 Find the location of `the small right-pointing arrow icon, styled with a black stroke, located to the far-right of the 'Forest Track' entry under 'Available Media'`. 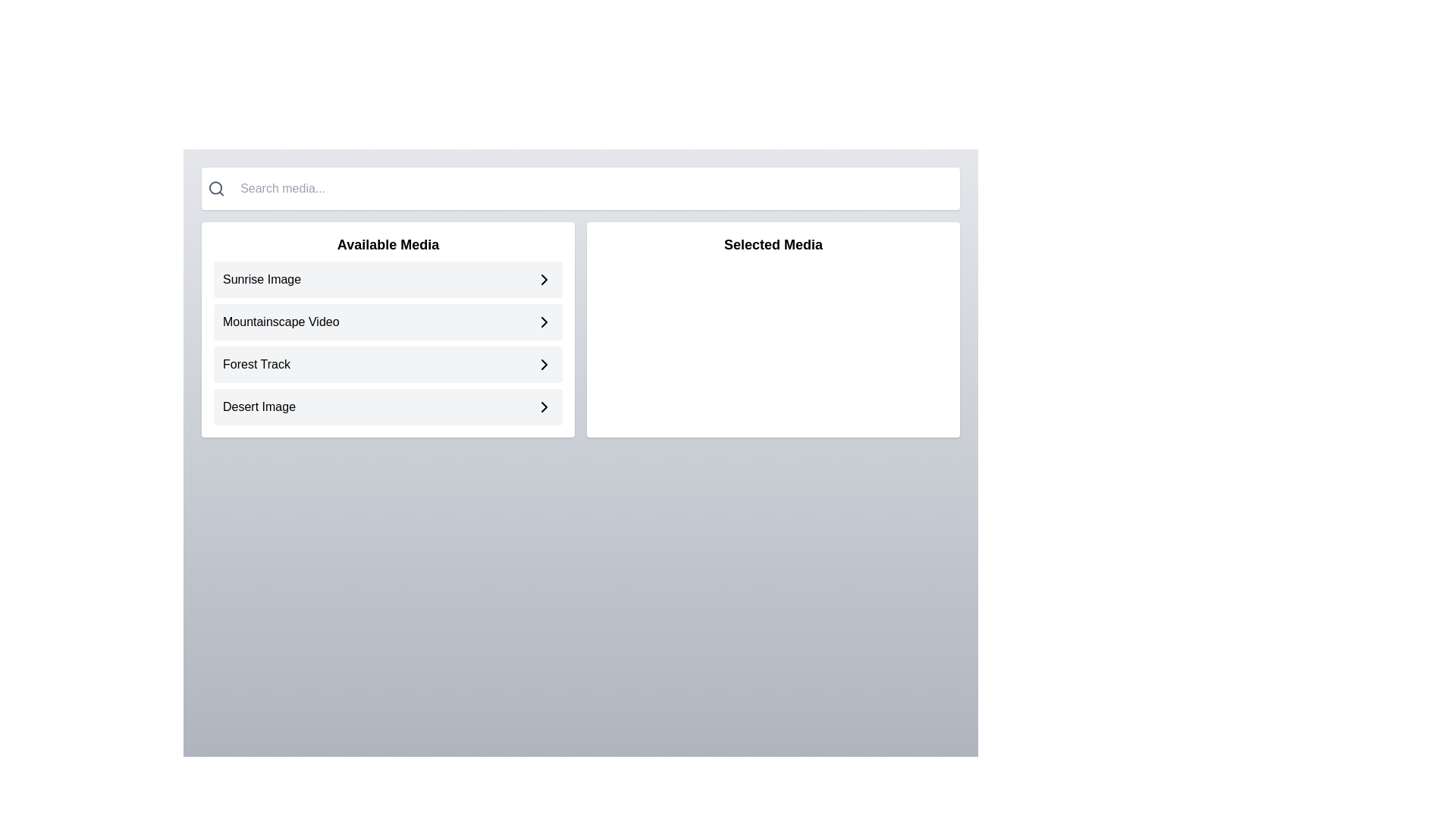

the small right-pointing arrow icon, styled with a black stroke, located to the far-right of the 'Forest Track' entry under 'Available Media' is located at coordinates (544, 365).